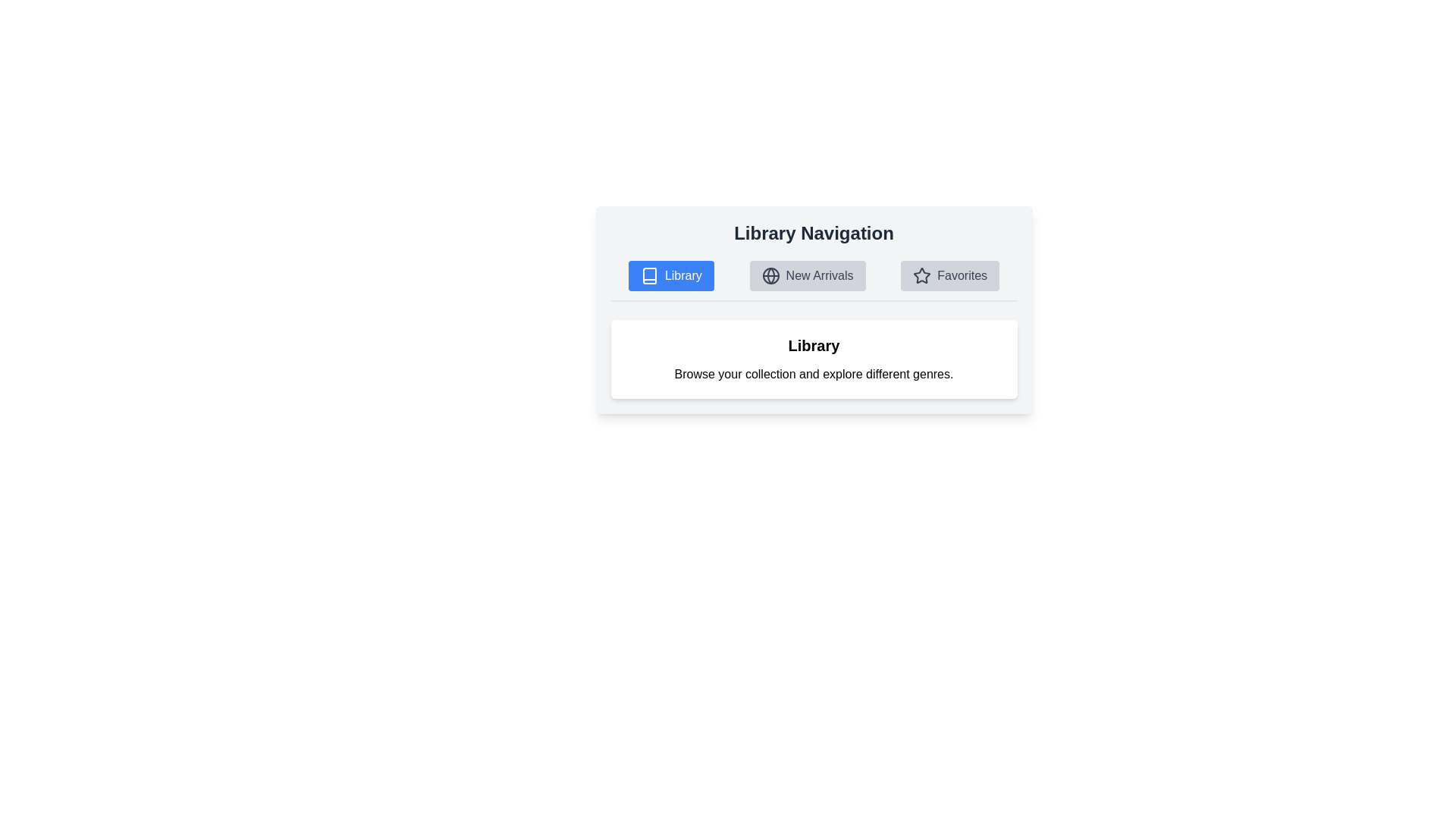  I want to click on the tab labeled Library to display its content, so click(670, 275).